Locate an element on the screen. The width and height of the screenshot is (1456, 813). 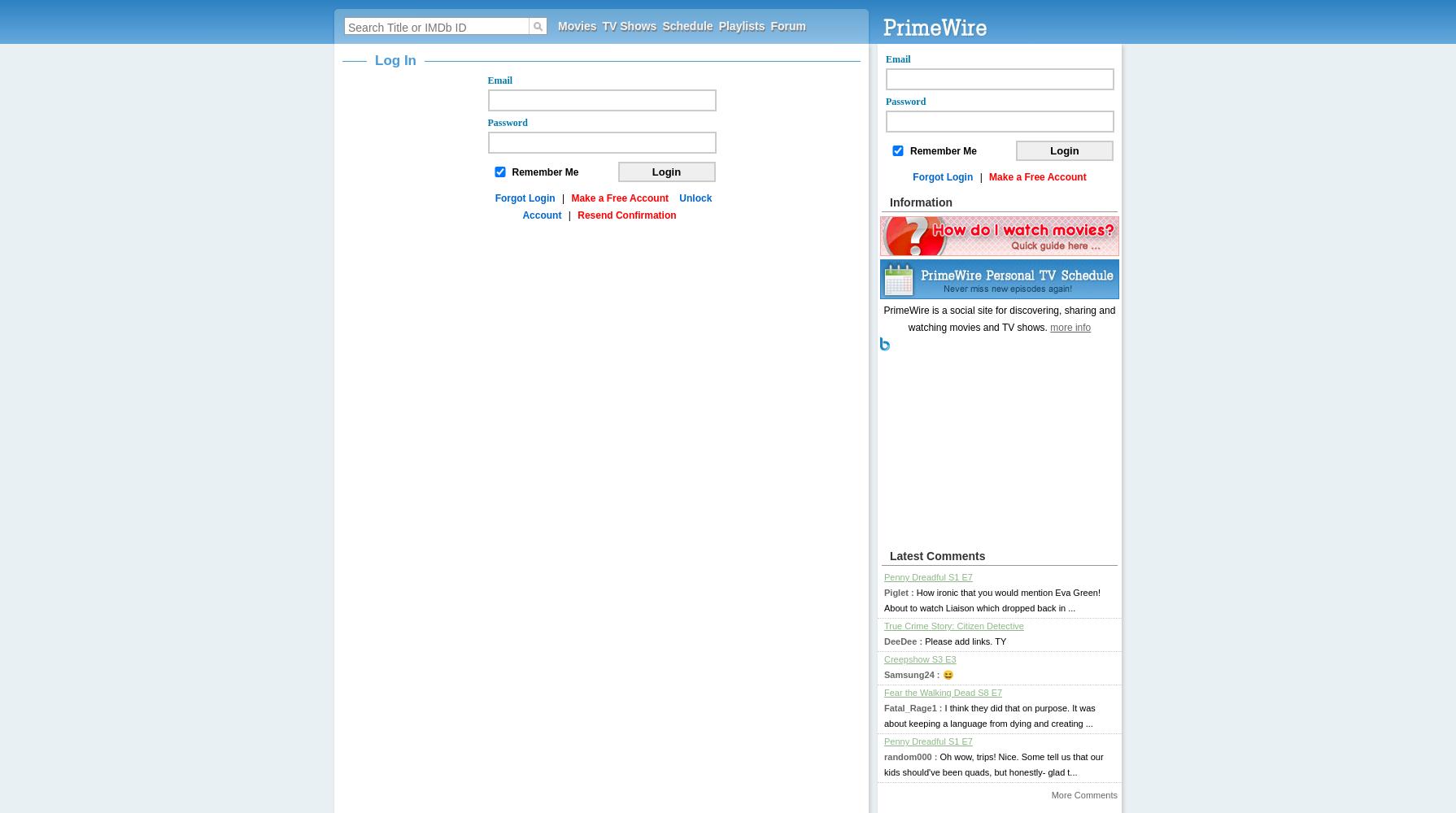
'True Crime Story: Citizen Detective' is located at coordinates (953, 626).